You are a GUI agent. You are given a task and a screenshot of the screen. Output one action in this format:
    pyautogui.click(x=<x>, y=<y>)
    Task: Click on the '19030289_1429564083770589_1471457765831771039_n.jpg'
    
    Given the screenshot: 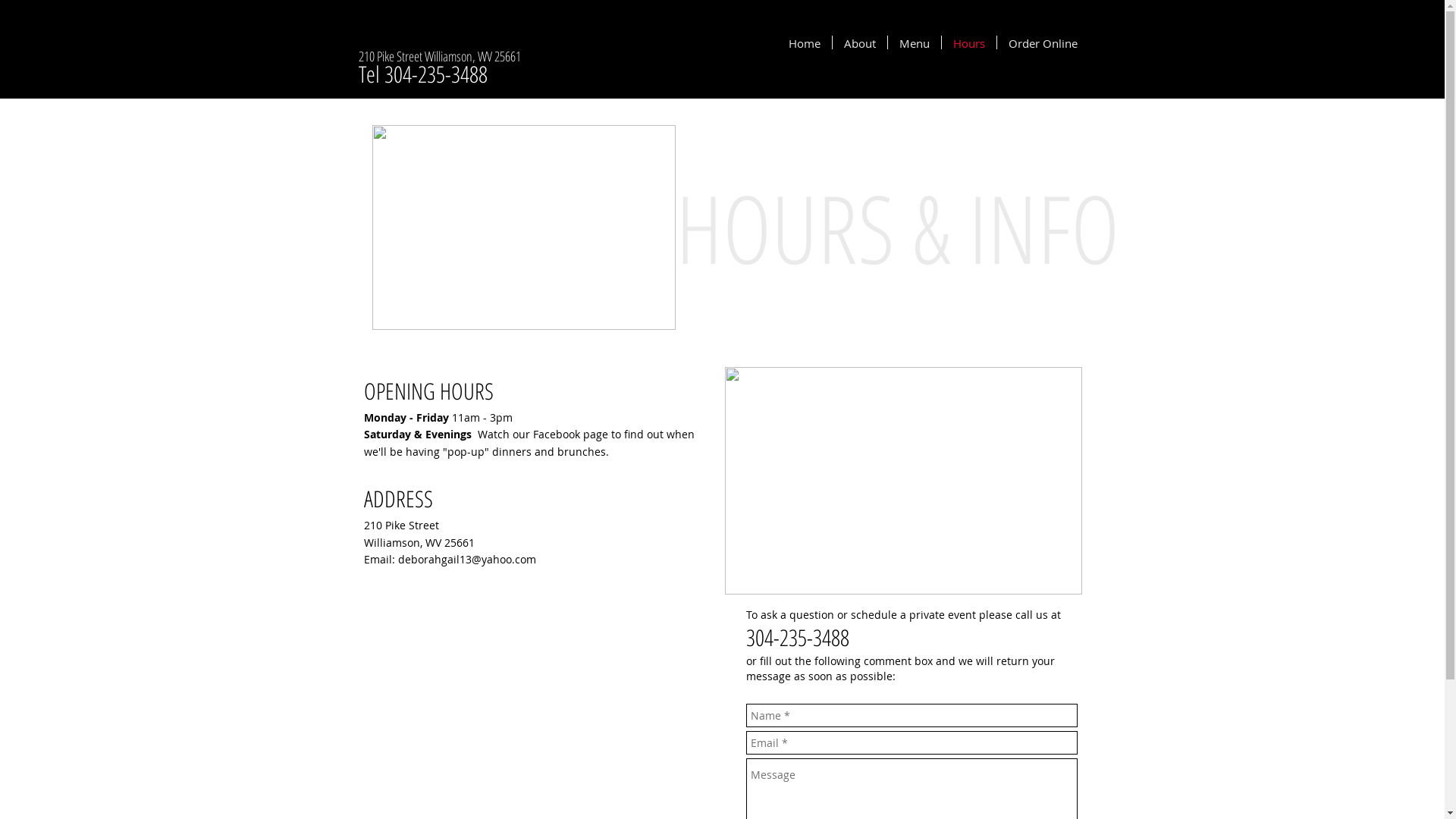 What is the action you would take?
    pyautogui.click(x=903, y=480)
    